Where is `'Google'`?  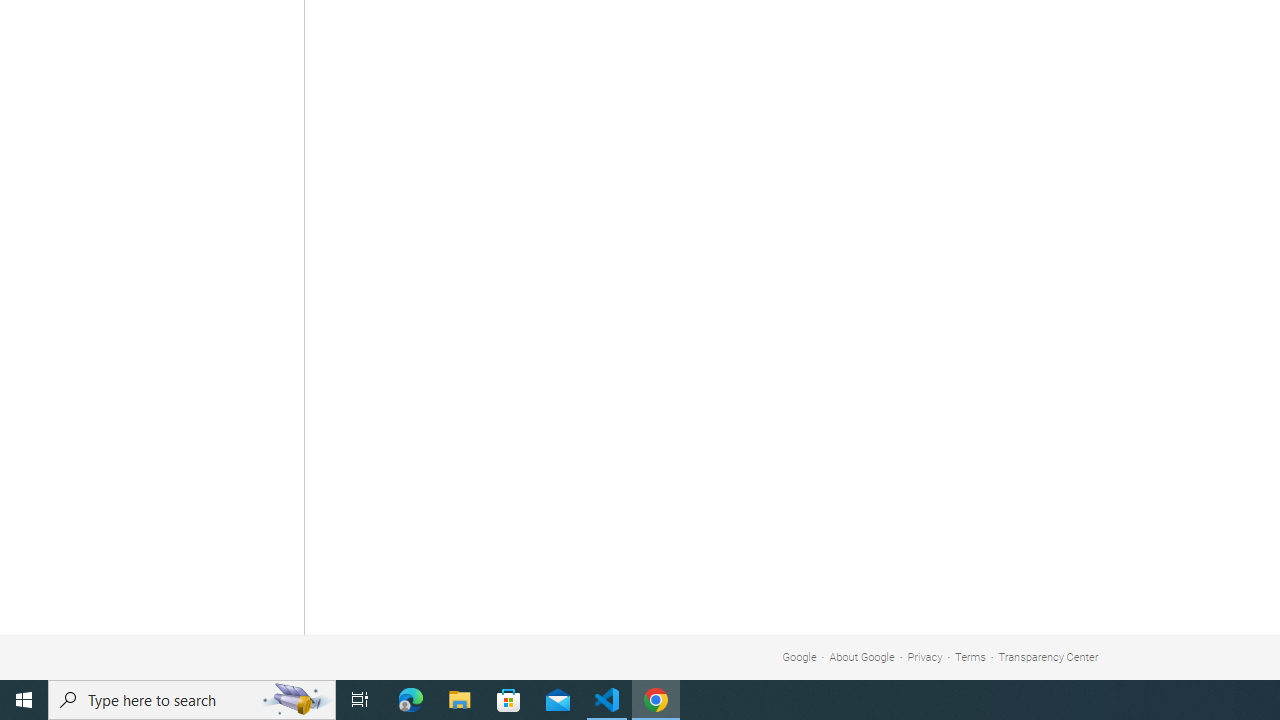 'Google' is located at coordinates (798, 657).